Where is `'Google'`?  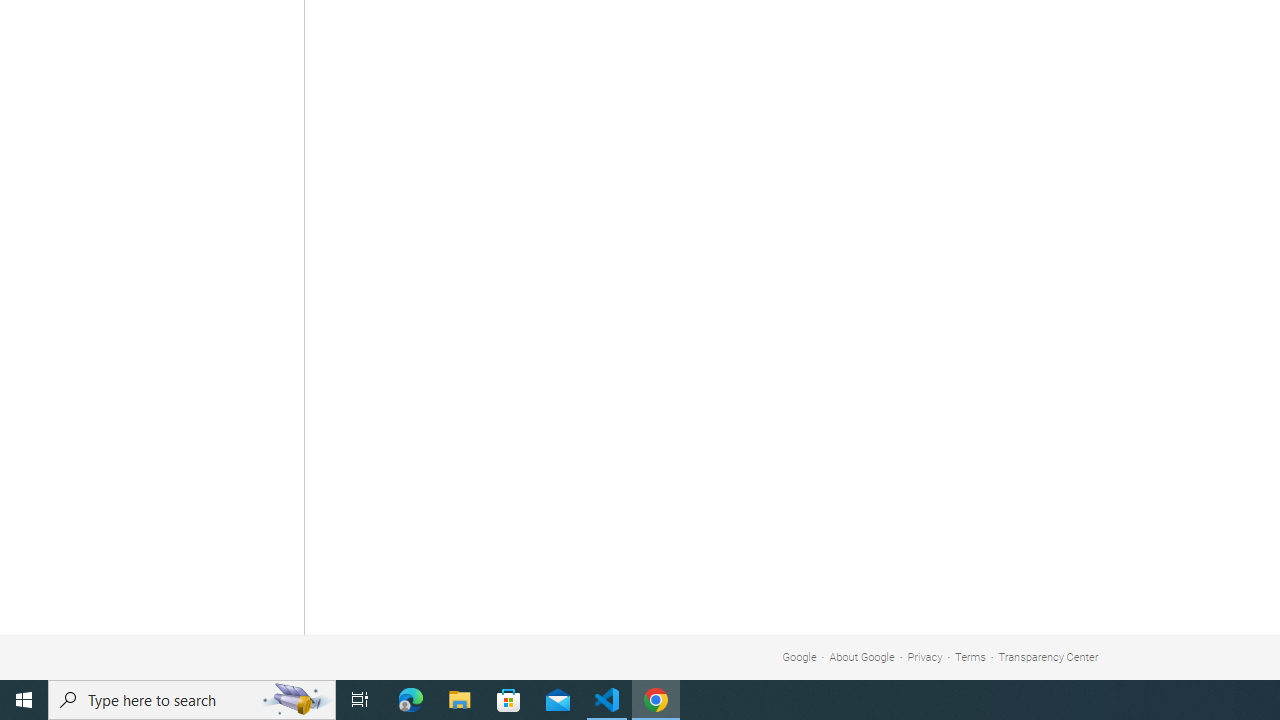 'Google' is located at coordinates (798, 657).